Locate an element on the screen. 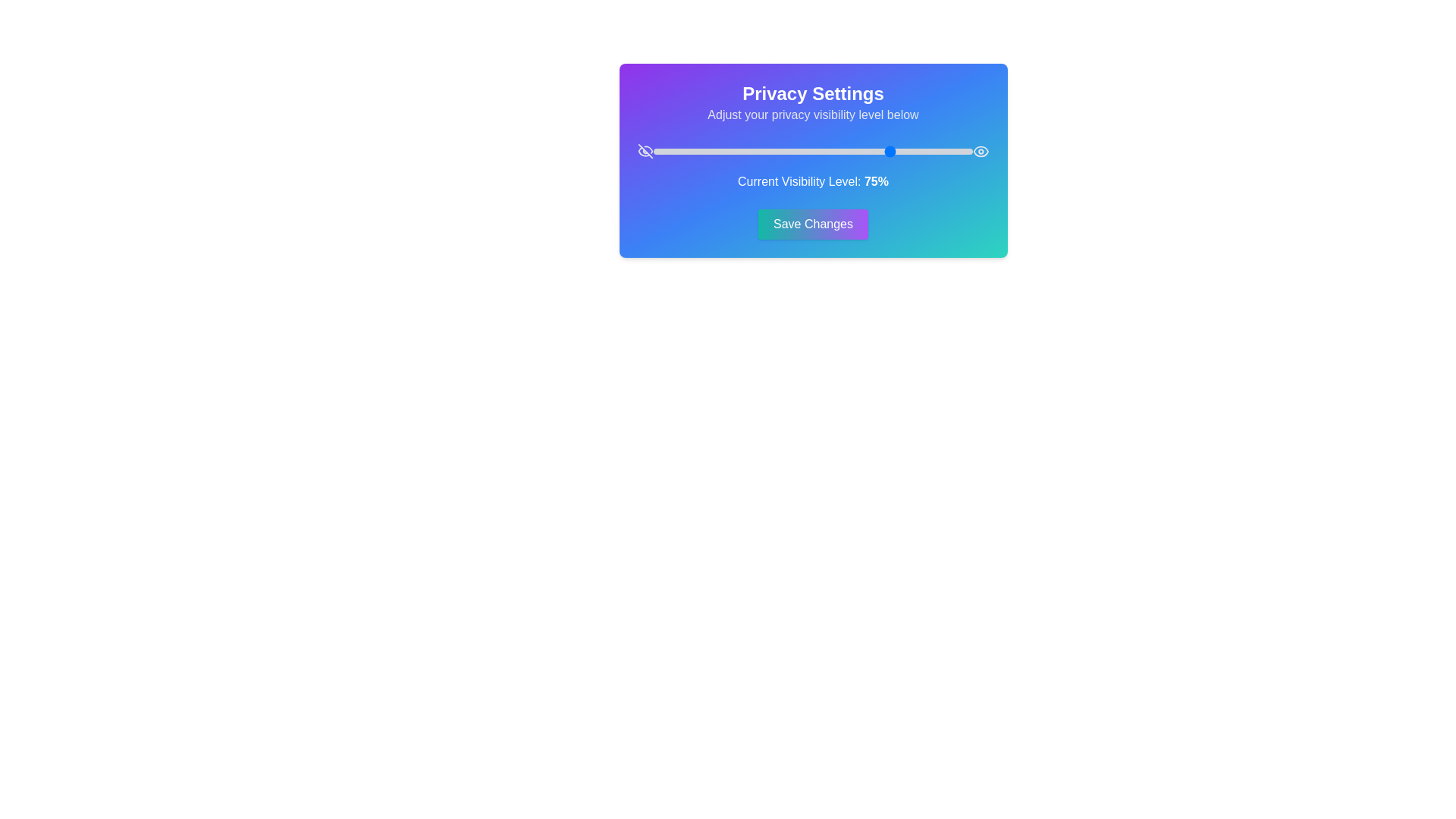 The image size is (1456, 819). the icon EyeOff to explore its interactivity is located at coordinates (645, 152).